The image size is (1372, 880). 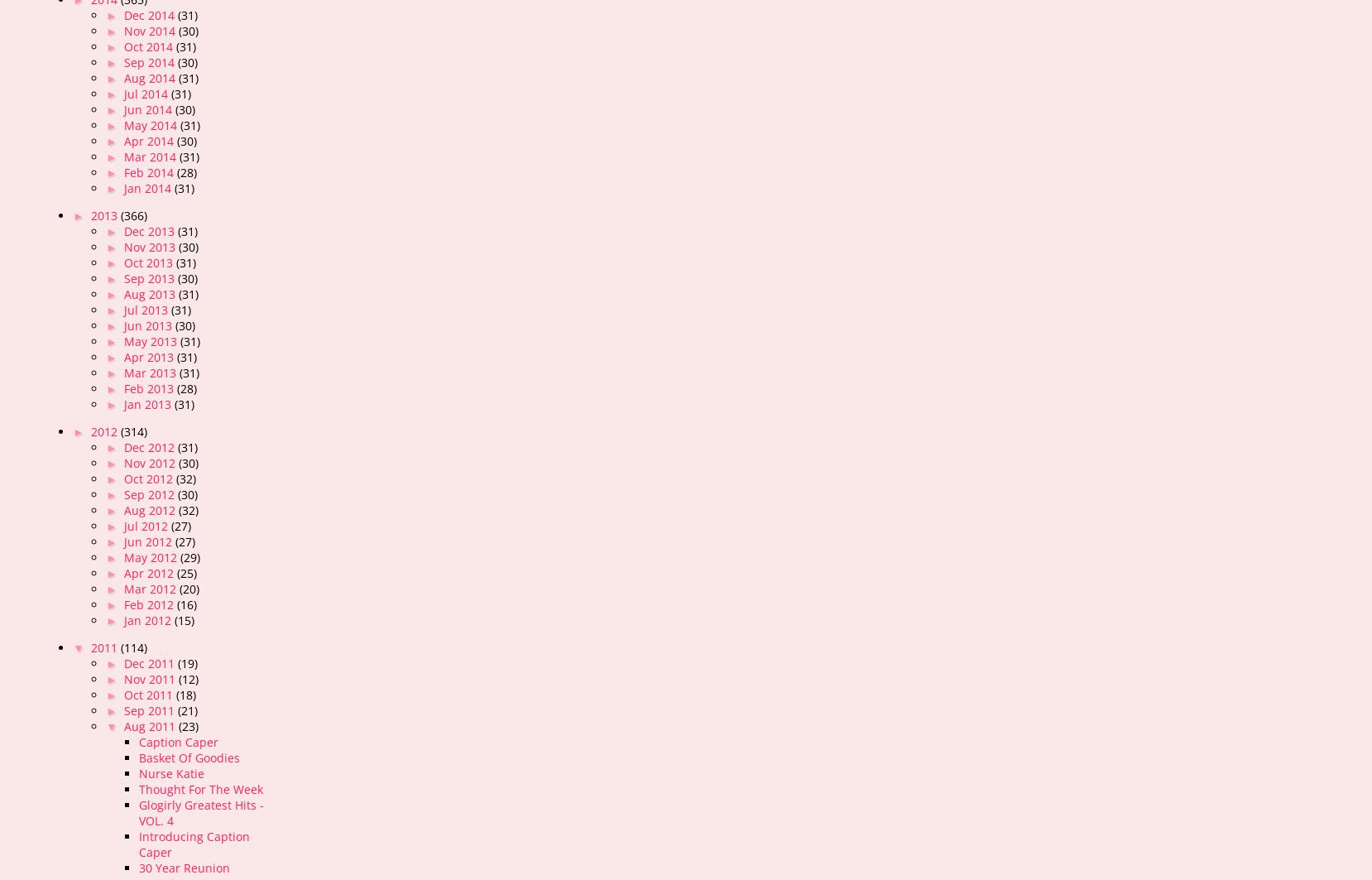 I want to click on '30 Year Reunion', so click(x=185, y=867).